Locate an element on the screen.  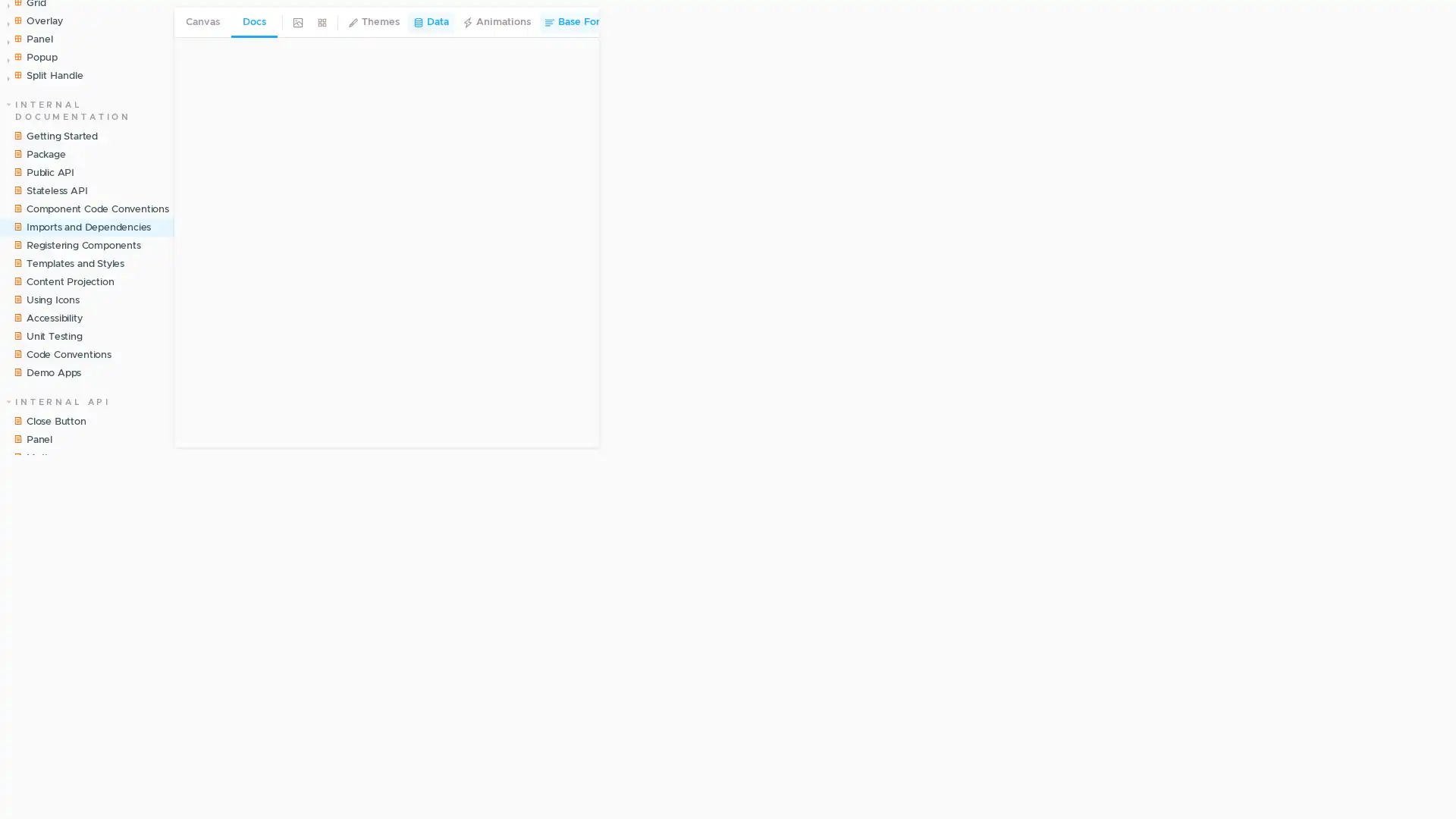
INTERNAL STORIES is located at coordinates (75, 20).